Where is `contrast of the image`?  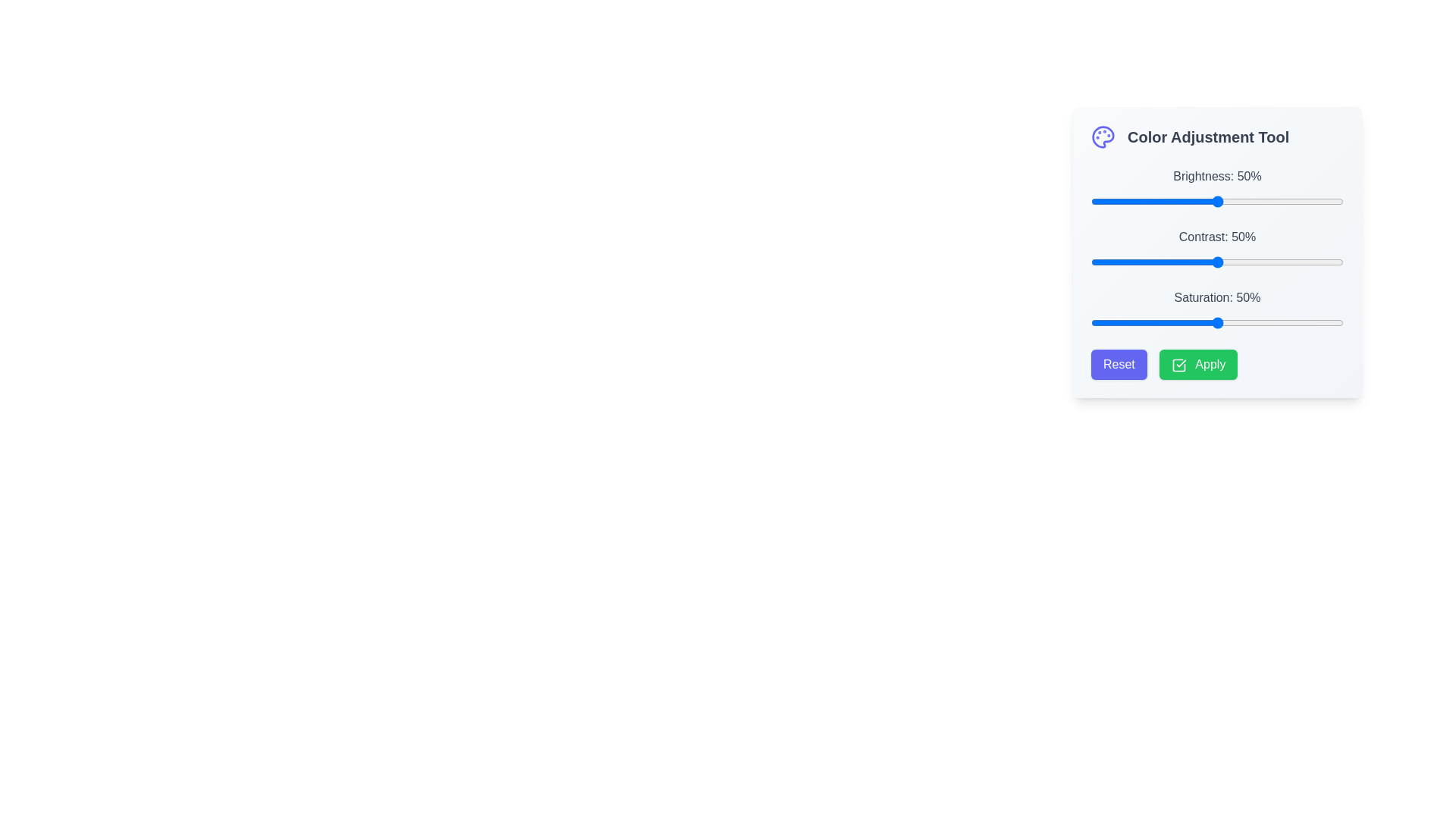 contrast of the image is located at coordinates (1128, 262).